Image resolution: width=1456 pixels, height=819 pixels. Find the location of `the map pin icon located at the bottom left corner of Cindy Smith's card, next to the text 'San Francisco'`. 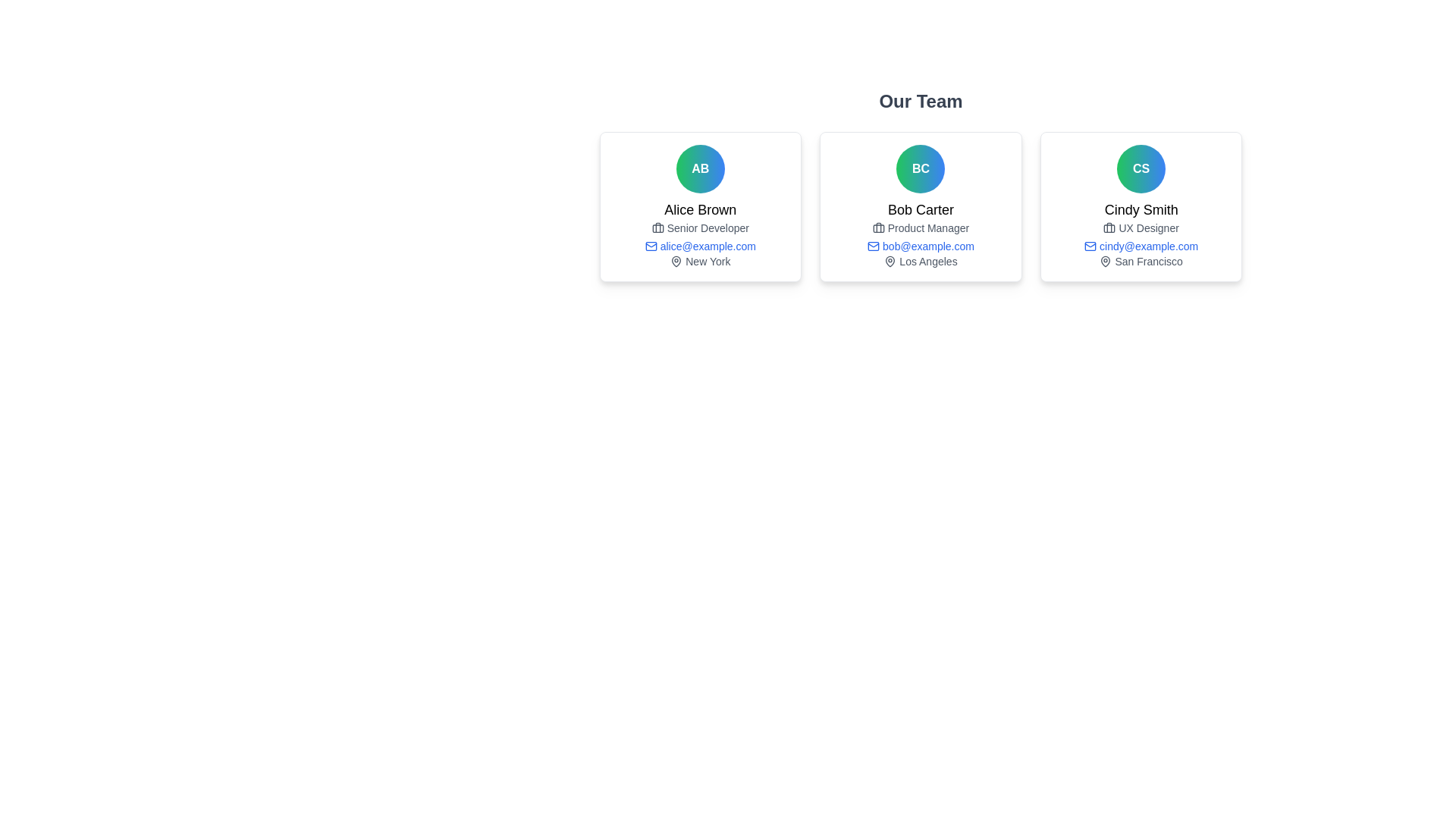

the map pin icon located at the bottom left corner of Cindy Smith's card, next to the text 'San Francisco' is located at coordinates (1106, 260).